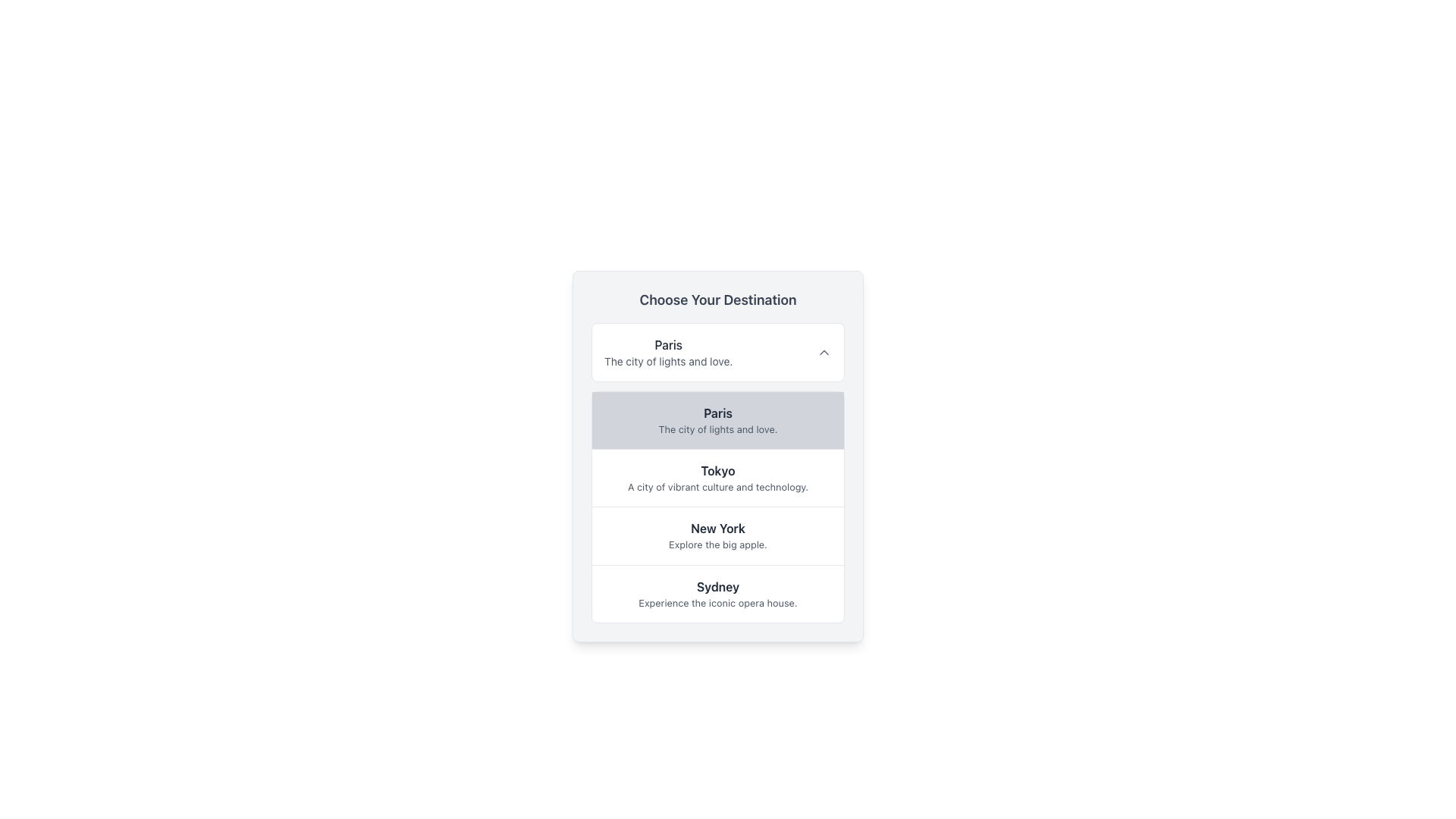  What do you see at coordinates (717, 592) in the screenshot?
I see `the last list item containing the title 'Sydney' and the description 'Experience the iconic opera house.' located under the 'Choose Your Destination' section` at bounding box center [717, 592].